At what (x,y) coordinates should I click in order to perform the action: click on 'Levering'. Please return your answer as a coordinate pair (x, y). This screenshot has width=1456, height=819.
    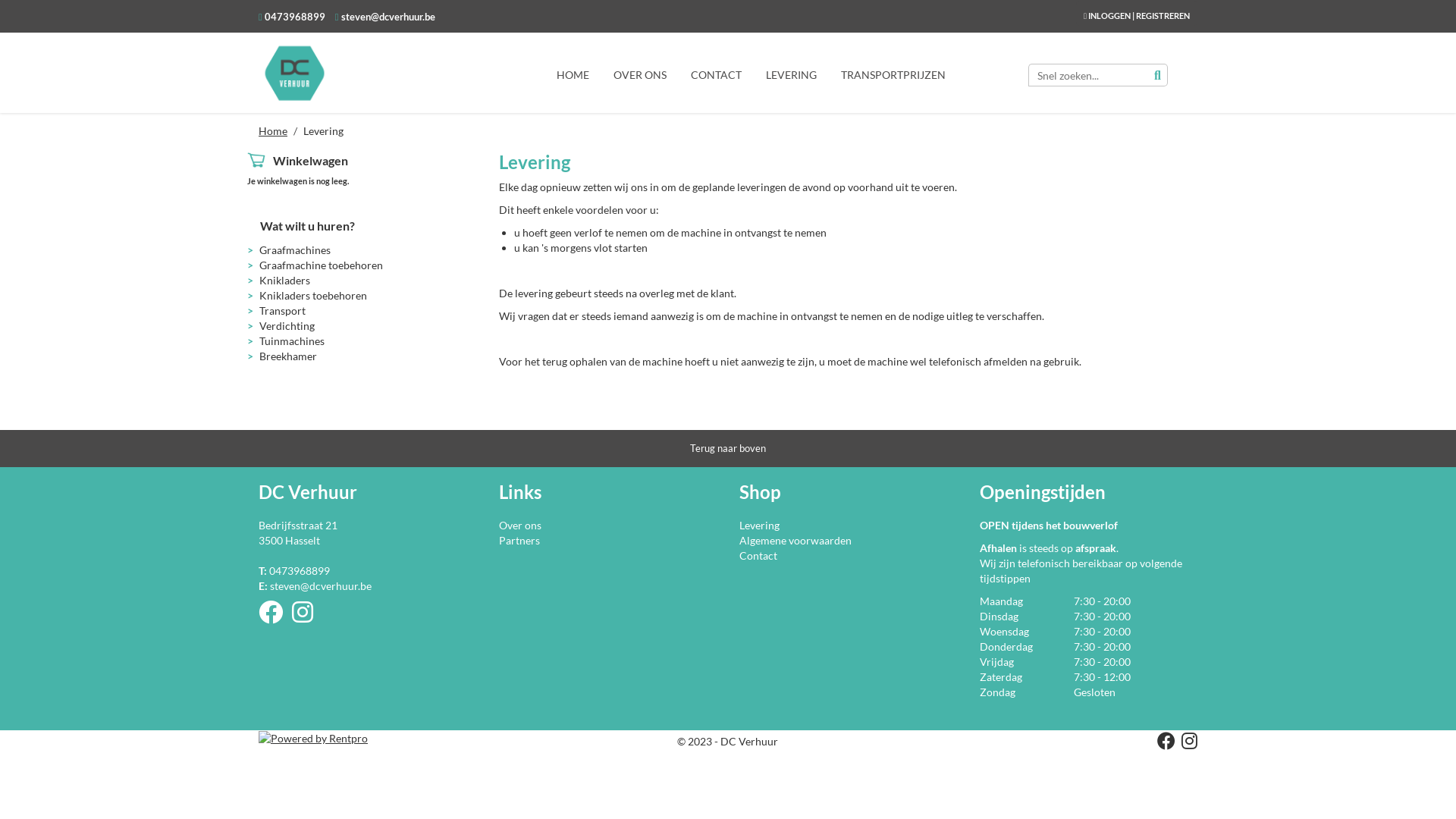
    Looking at the image, I should click on (759, 524).